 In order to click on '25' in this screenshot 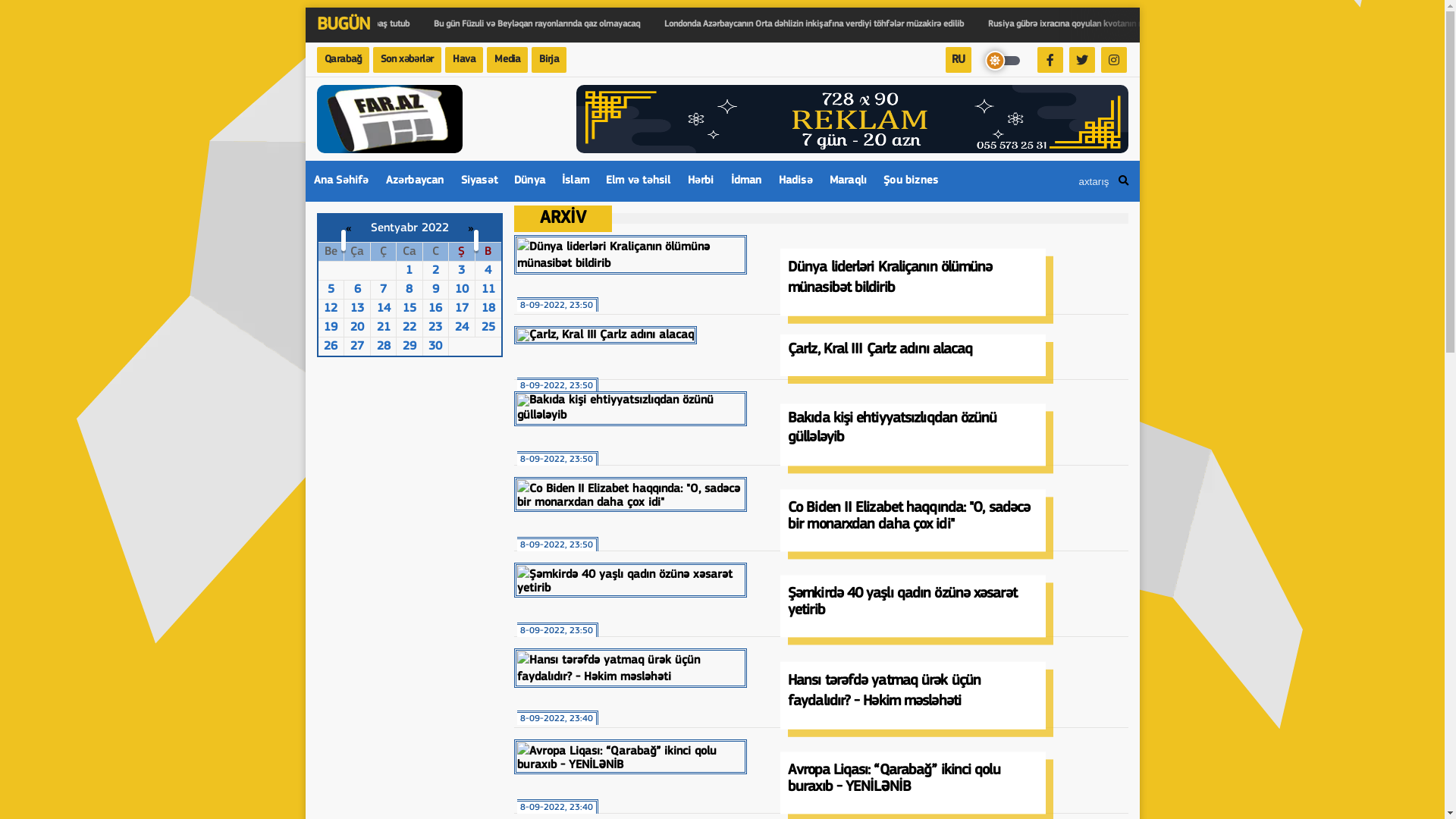, I will do `click(488, 327)`.